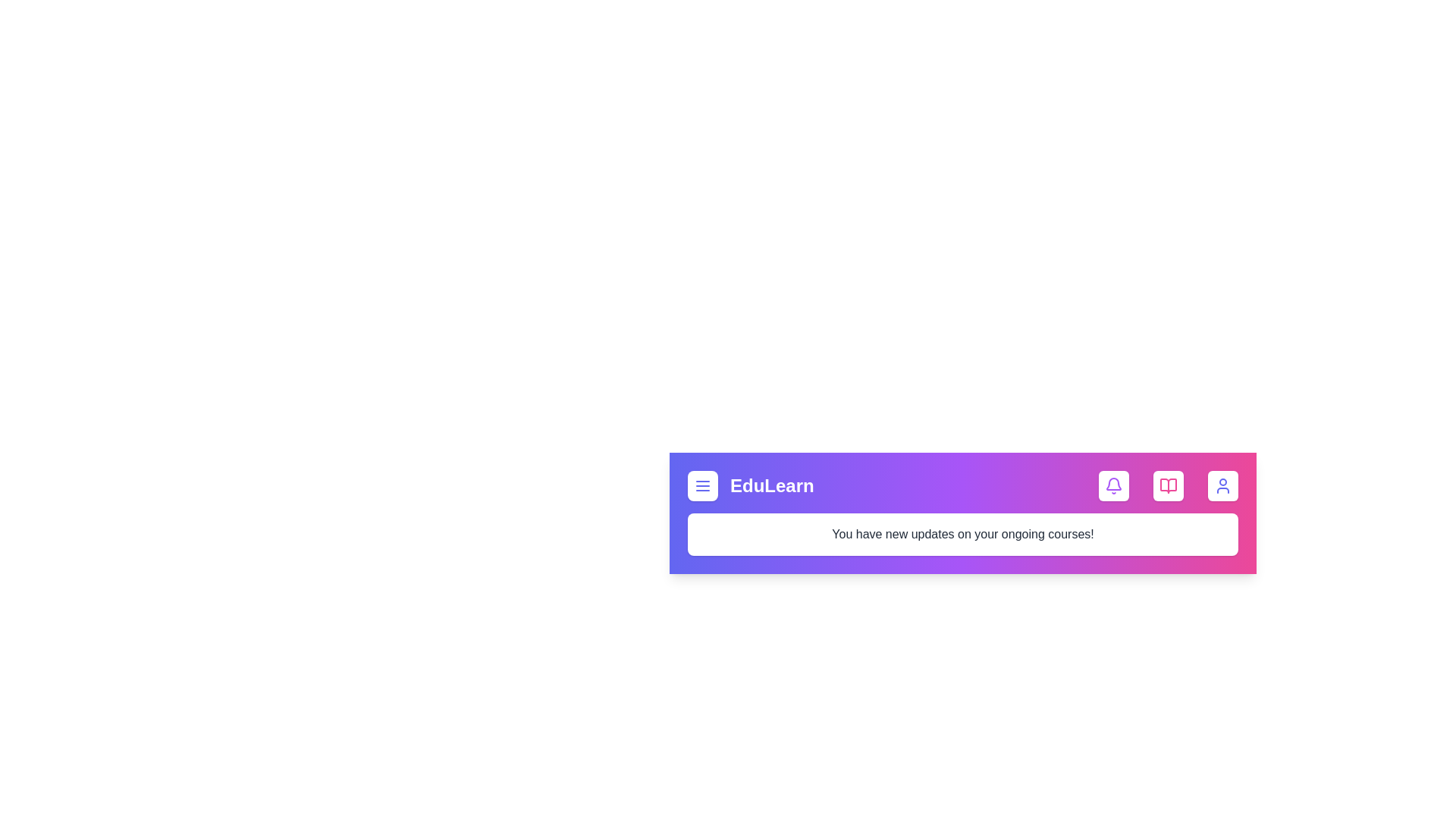 Image resolution: width=1456 pixels, height=819 pixels. What do you see at coordinates (1113, 485) in the screenshot?
I see `bell icon to view notifications` at bounding box center [1113, 485].